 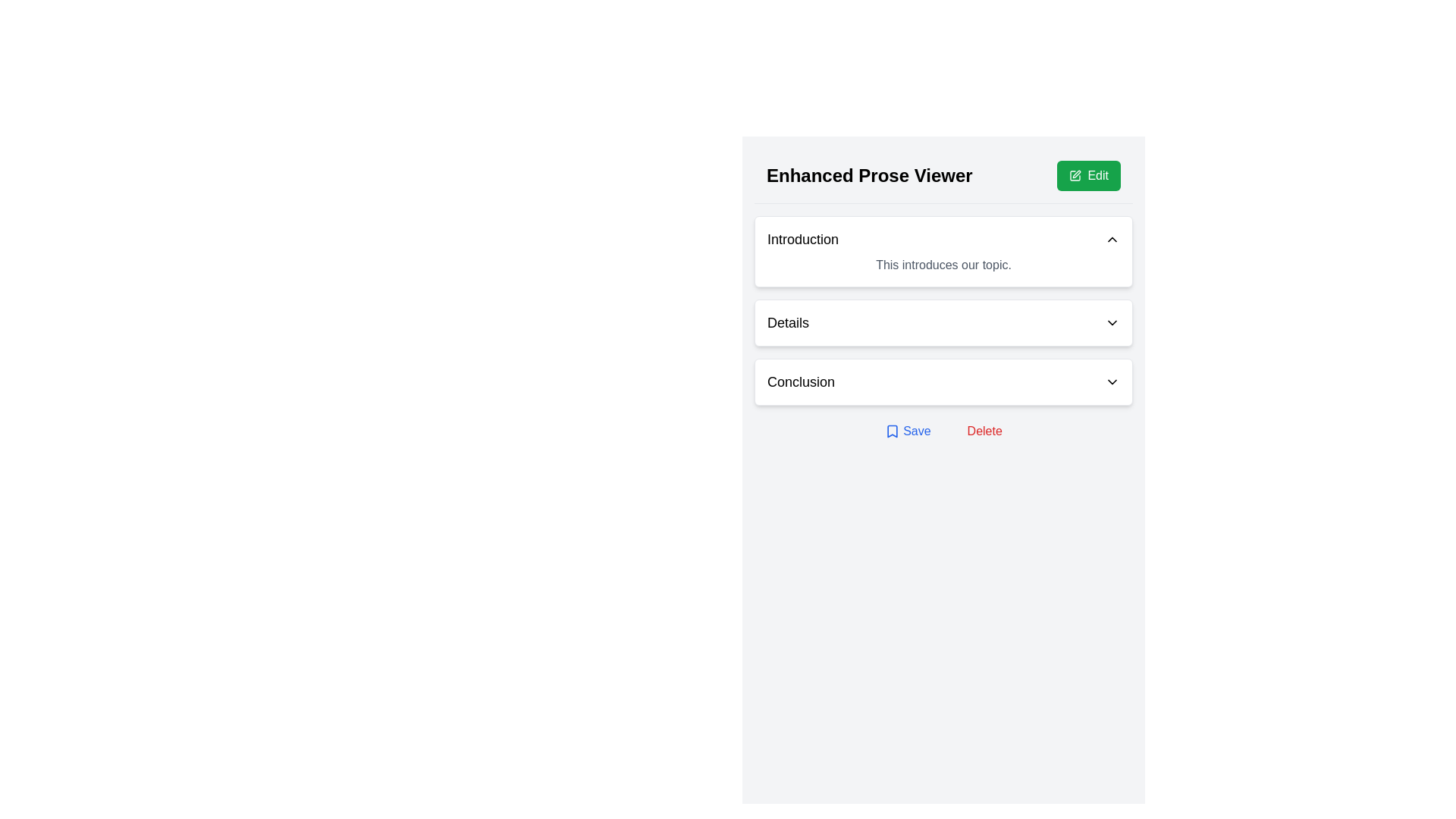 What do you see at coordinates (984, 431) in the screenshot?
I see `the red text button labeled 'Delete' to trigger the underlined hover effect` at bounding box center [984, 431].